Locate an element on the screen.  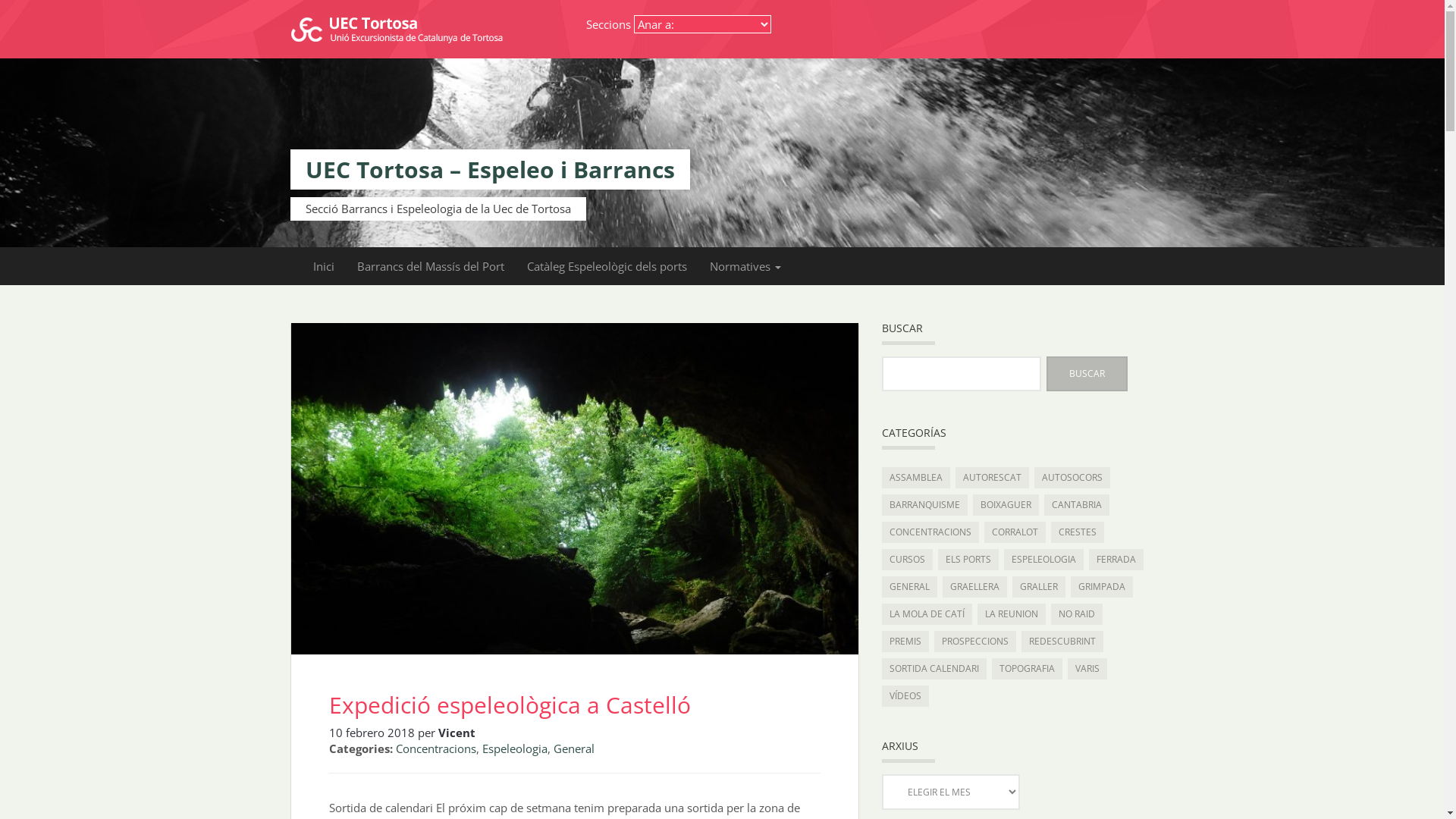
'CURSOS' is located at coordinates (906, 559).